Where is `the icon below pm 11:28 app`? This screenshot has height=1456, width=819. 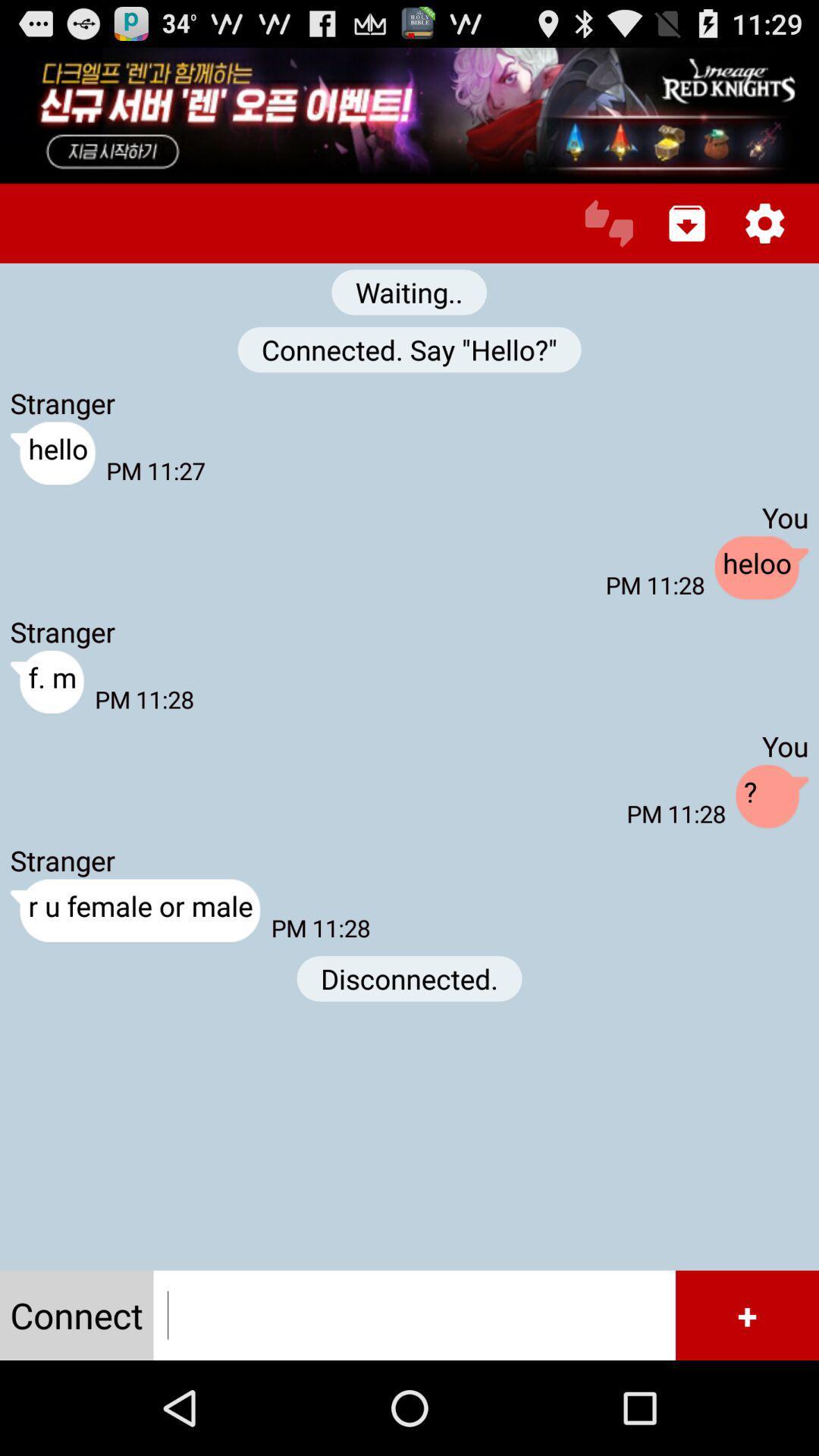 the icon below pm 11:28 app is located at coordinates (409, 978).